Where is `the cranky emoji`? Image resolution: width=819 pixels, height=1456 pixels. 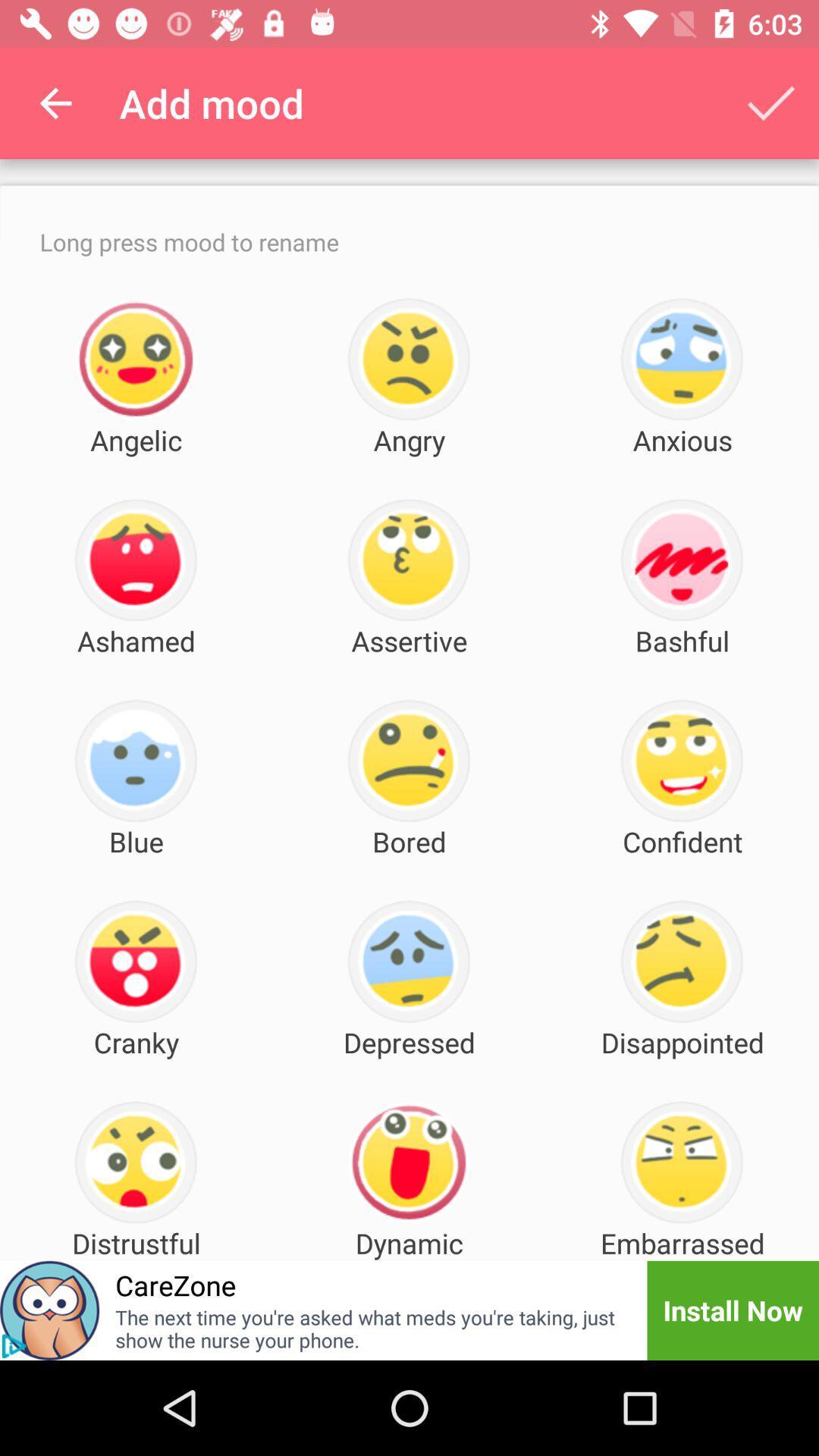
the cranky emoji is located at coordinates (135, 961).